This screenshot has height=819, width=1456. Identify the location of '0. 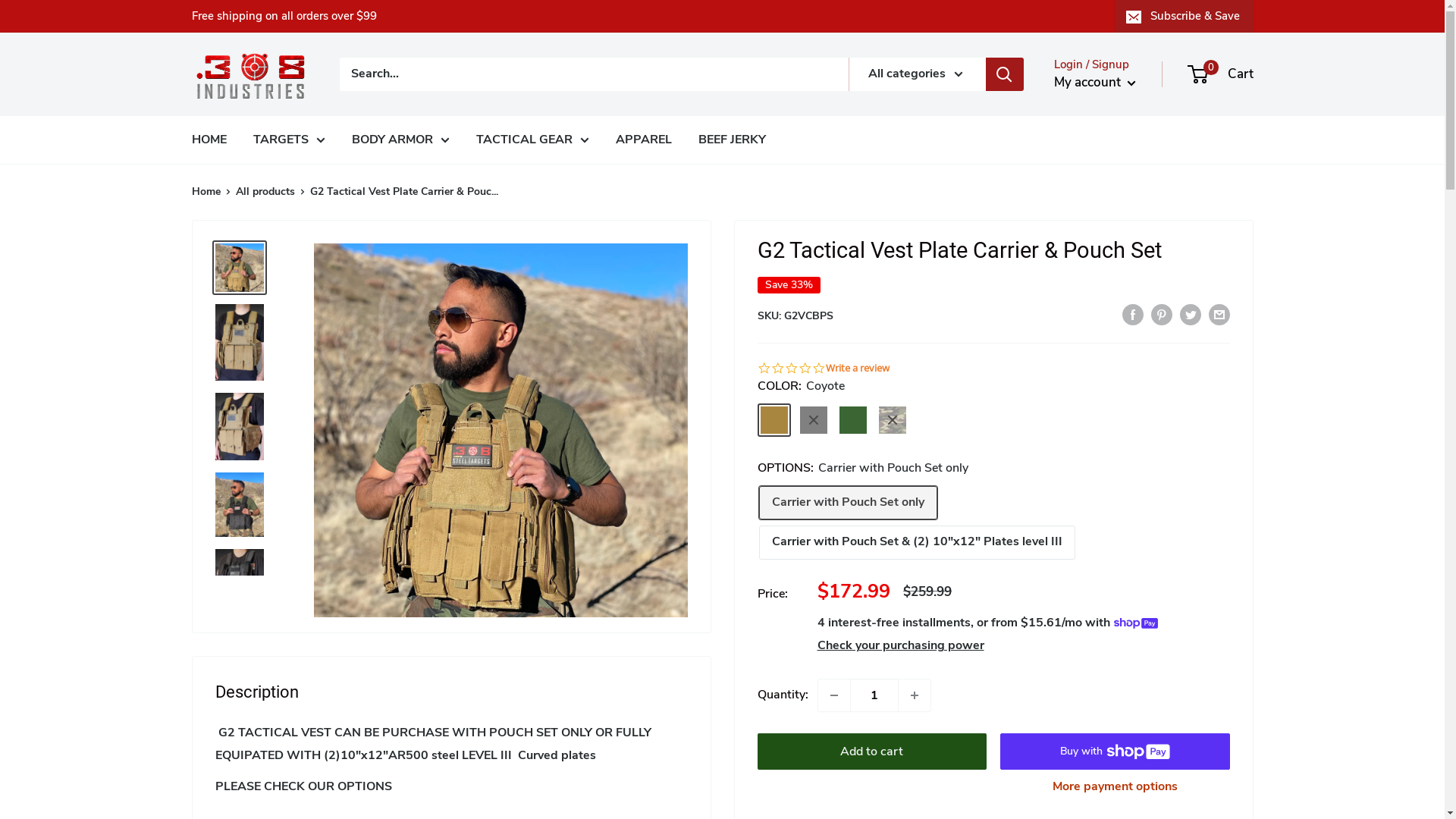
(1188, 74).